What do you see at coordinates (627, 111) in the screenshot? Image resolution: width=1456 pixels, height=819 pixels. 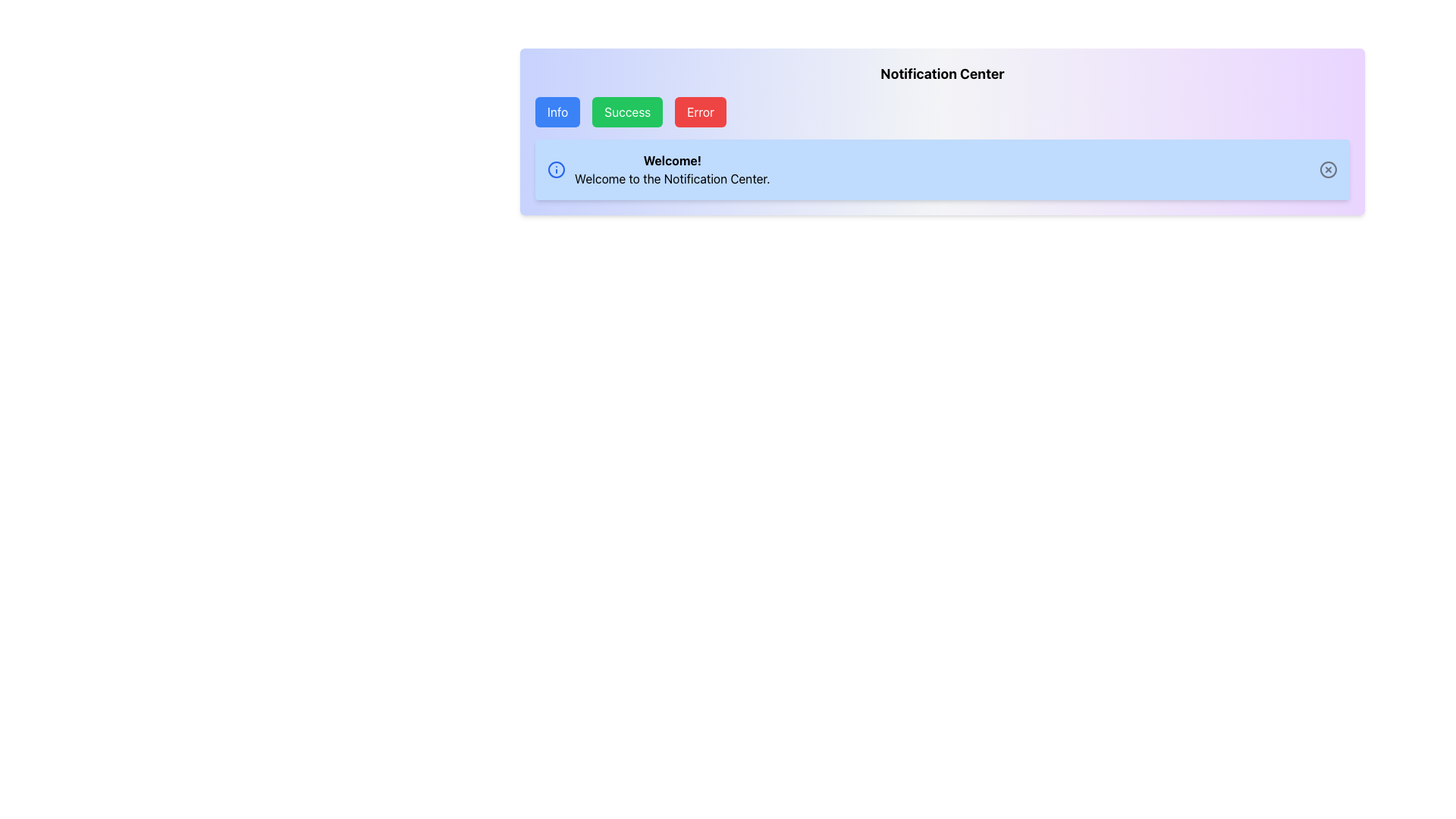 I see `the green 'Success' button, which is the second button in a group of three, positioned between the blue 'Info' button and the red 'Error' button` at bounding box center [627, 111].